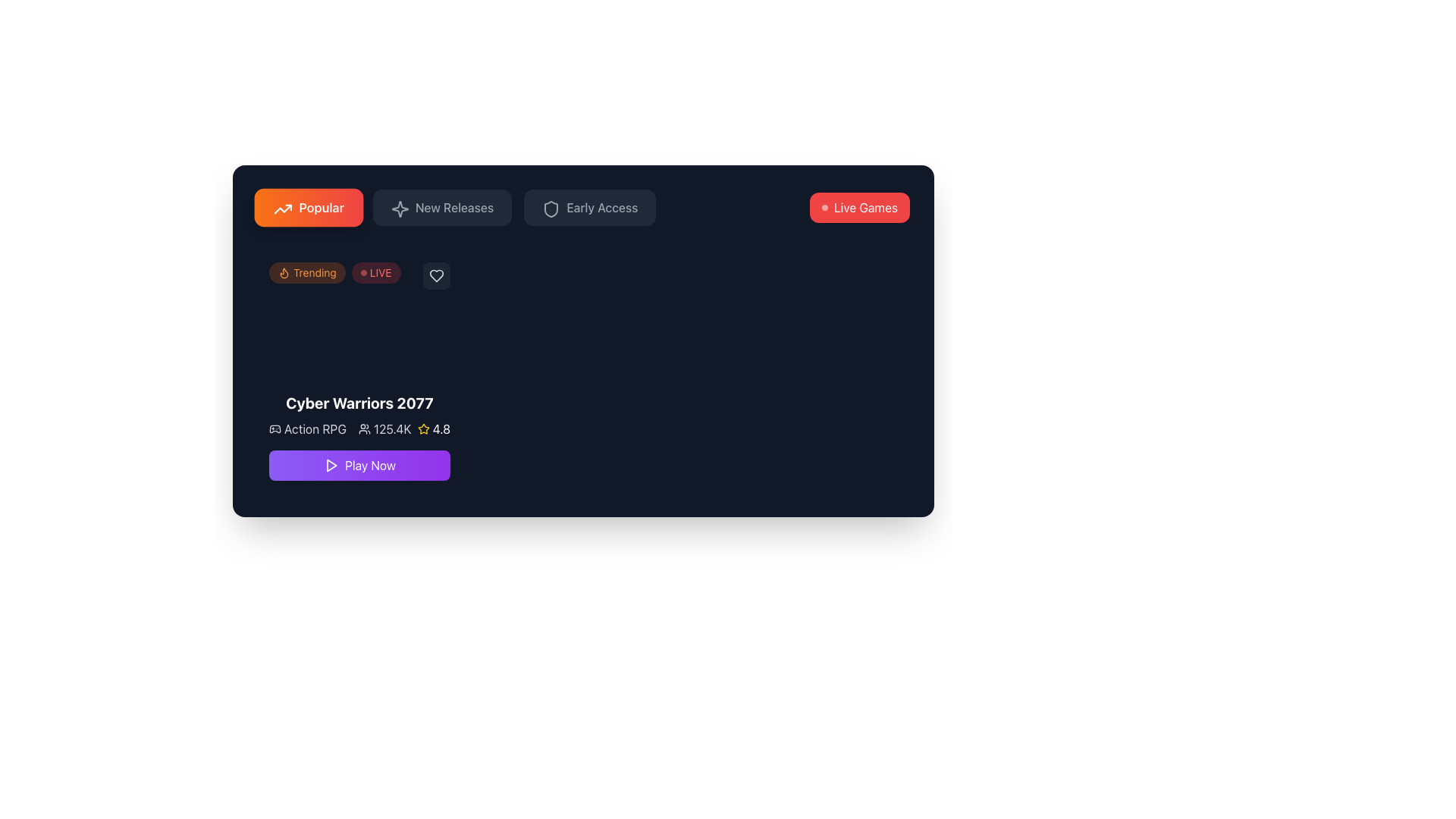  Describe the element at coordinates (551, 209) in the screenshot. I see `the protection icon located in the 'Early Access' section, which symbolizes security and exclusivity for early adopters, positioned to the right of the 'New Releases' button` at that location.